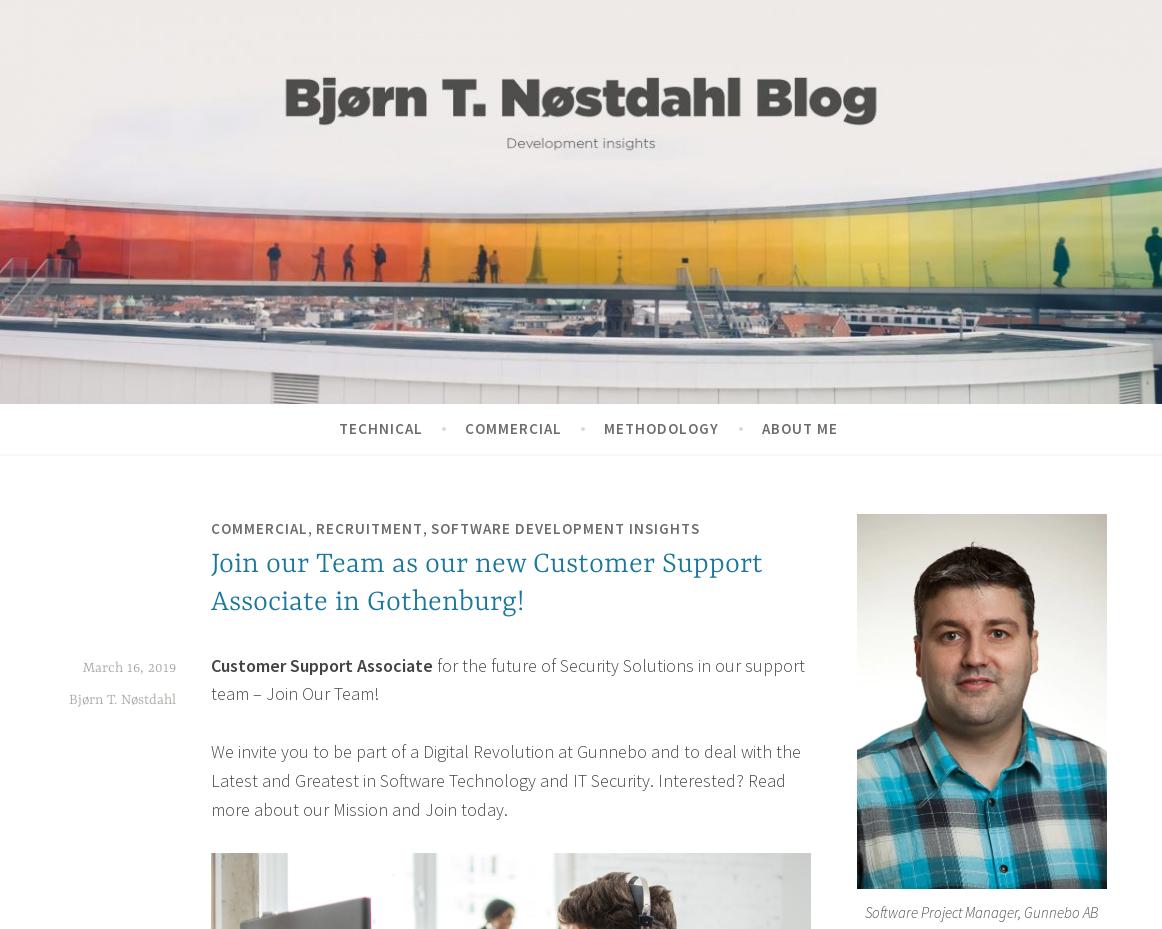 This screenshot has height=929, width=1162. Describe the element at coordinates (660, 426) in the screenshot. I see `'Methodology'` at that location.